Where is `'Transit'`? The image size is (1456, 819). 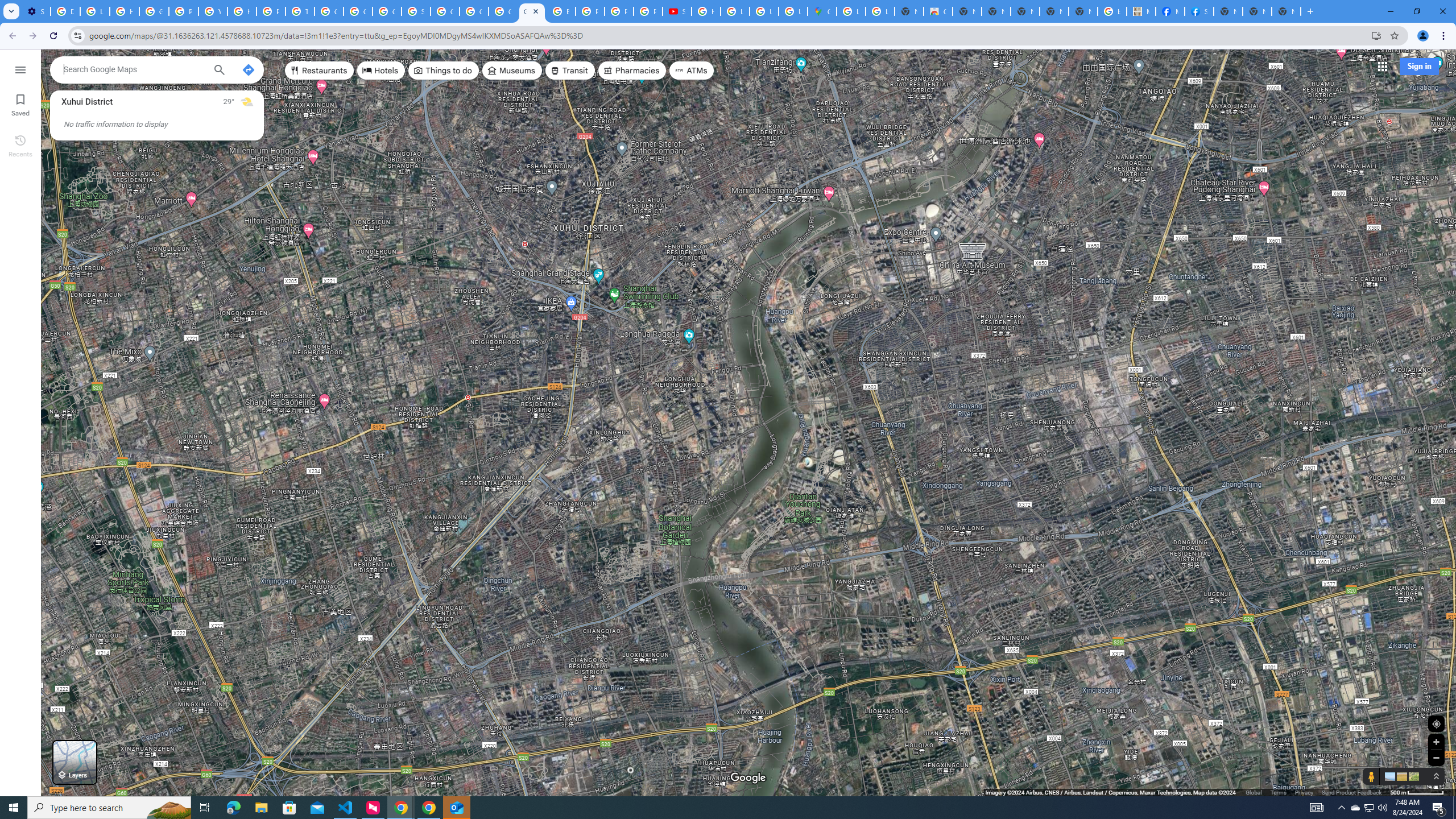 'Transit' is located at coordinates (570, 69).